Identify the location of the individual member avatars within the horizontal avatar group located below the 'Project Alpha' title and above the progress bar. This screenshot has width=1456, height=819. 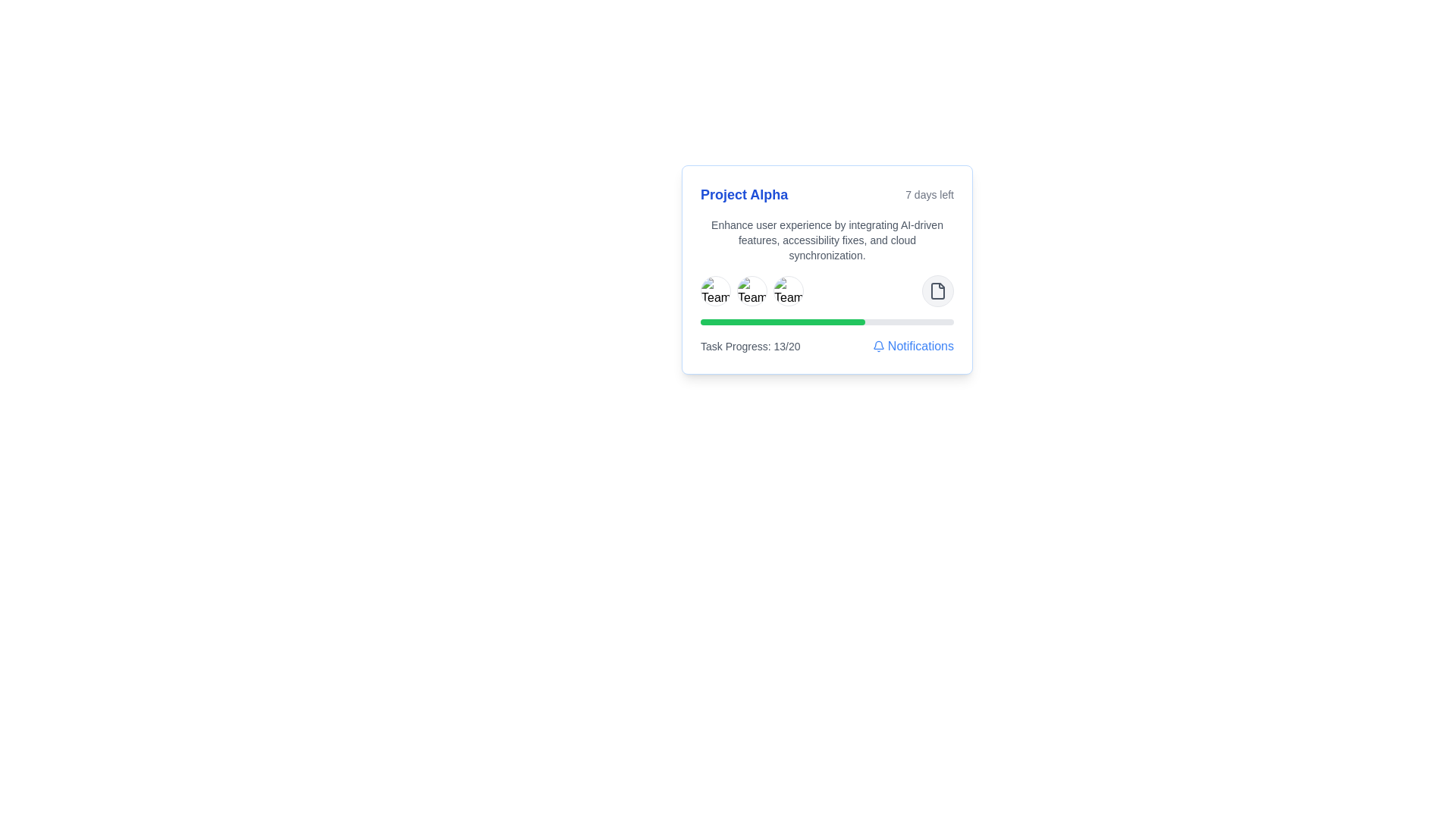
(752, 291).